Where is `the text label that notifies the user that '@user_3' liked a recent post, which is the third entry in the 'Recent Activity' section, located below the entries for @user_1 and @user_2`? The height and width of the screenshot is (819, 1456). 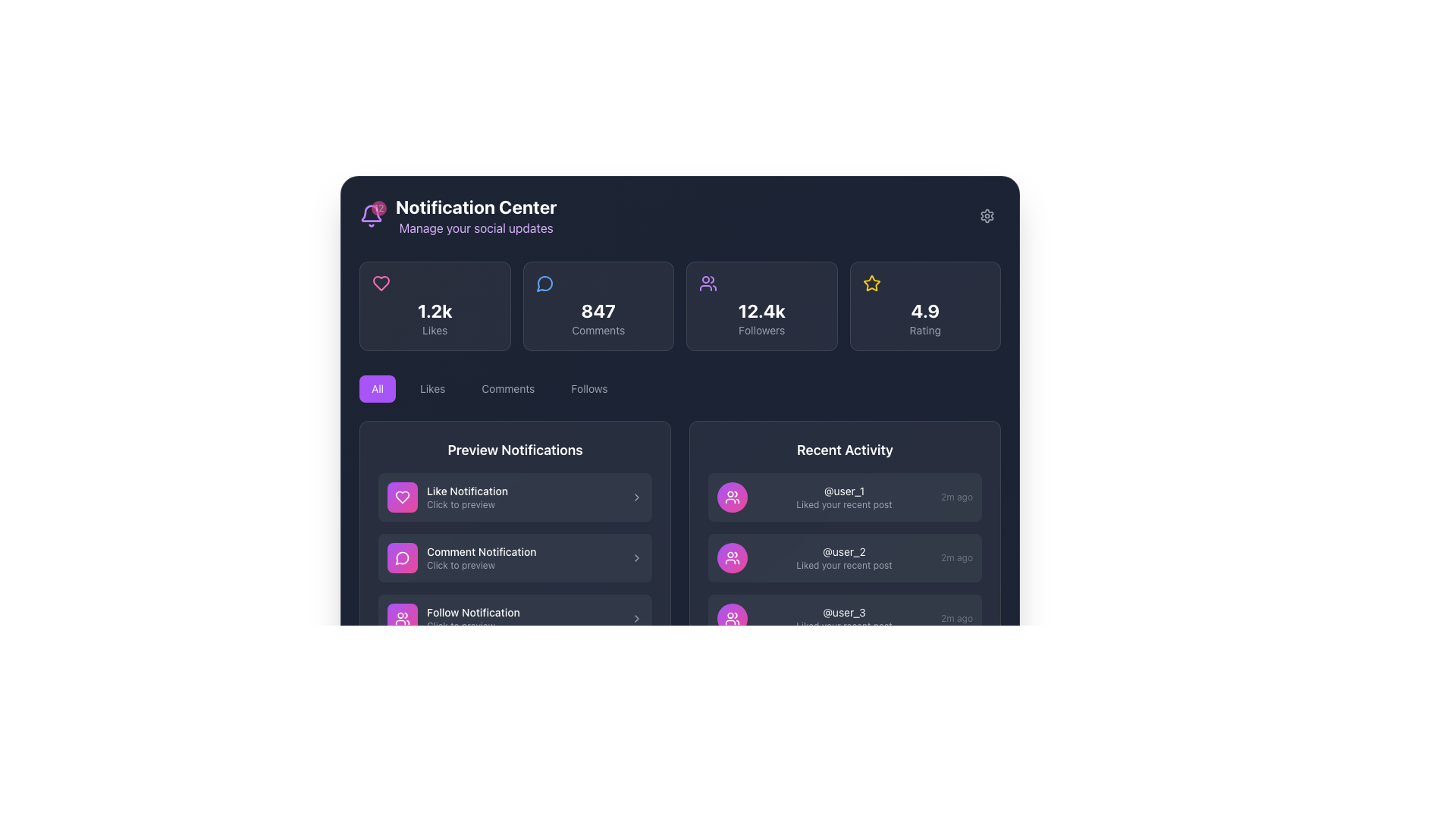 the text label that notifies the user that '@user_3' liked a recent post, which is the third entry in the 'Recent Activity' section, located below the entries for @user_1 and @user_2 is located at coordinates (843, 619).